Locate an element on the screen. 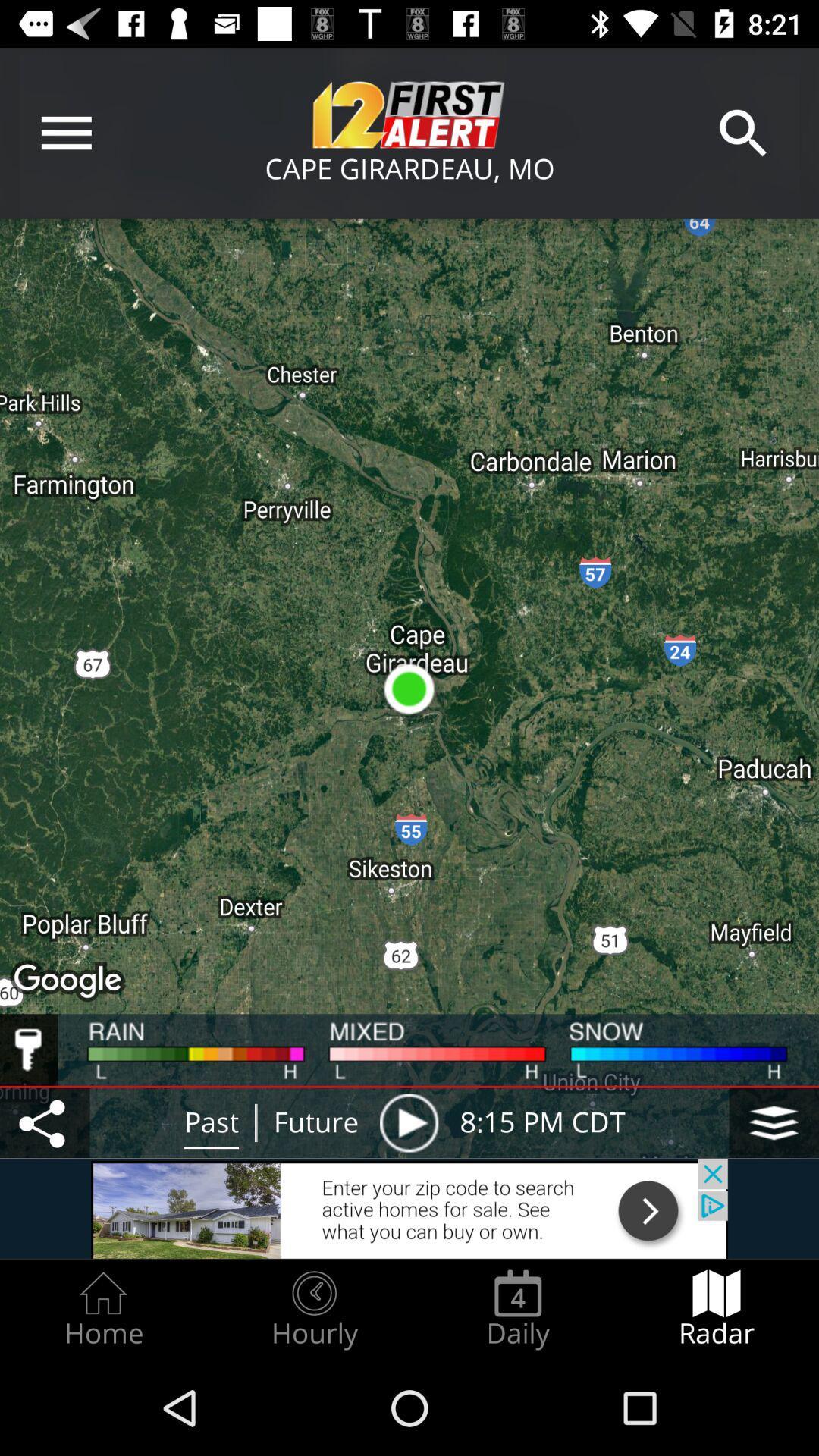 This screenshot has height=1456, width=819. the share icon is located at coordinates (44, 1122).